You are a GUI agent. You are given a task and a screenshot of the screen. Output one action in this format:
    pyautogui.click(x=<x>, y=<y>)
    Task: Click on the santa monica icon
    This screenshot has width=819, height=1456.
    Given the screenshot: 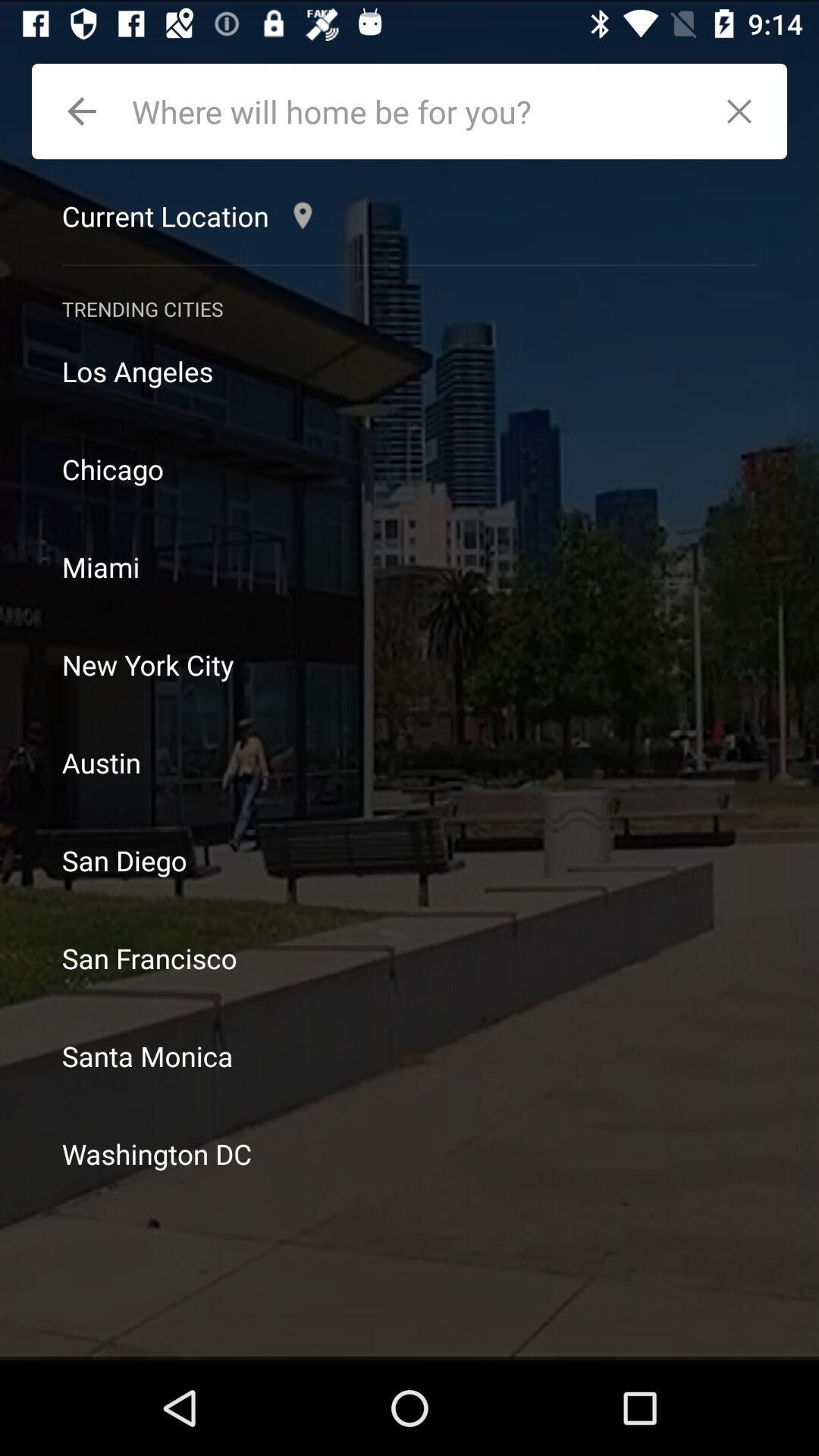 What is the action you would take?
    pyautogui.click(x=409, y=1055)
    